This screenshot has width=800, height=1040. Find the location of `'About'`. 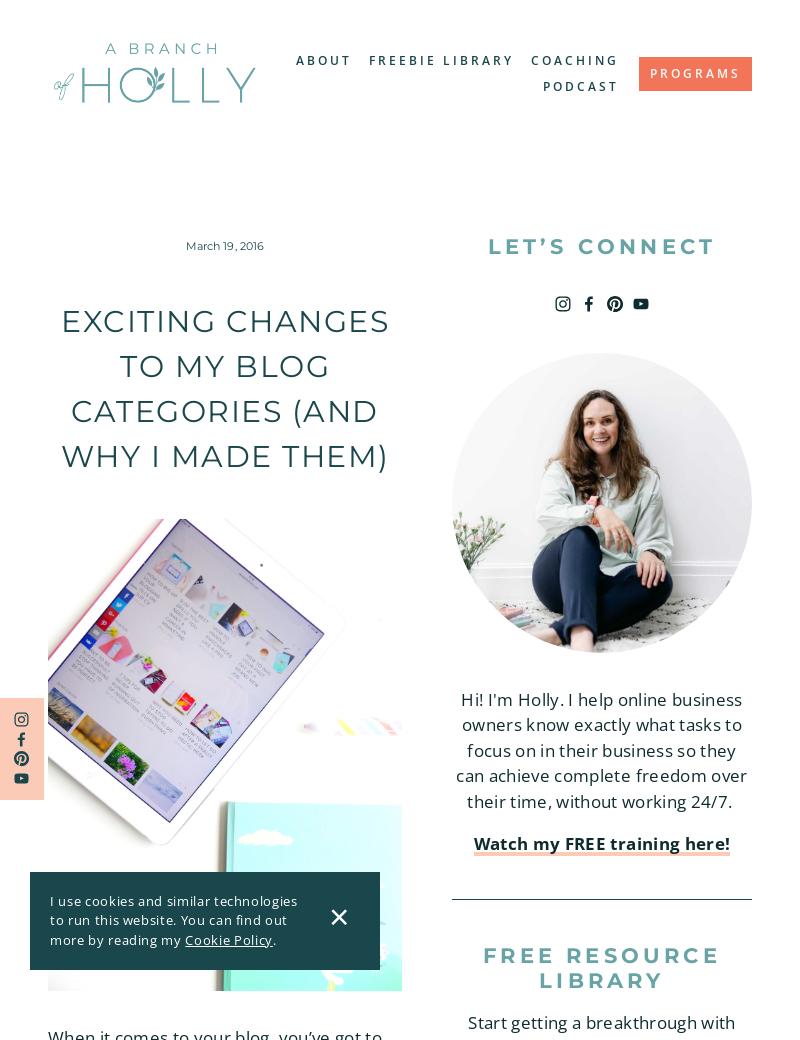

'About' is located at coordinates (323, 58).